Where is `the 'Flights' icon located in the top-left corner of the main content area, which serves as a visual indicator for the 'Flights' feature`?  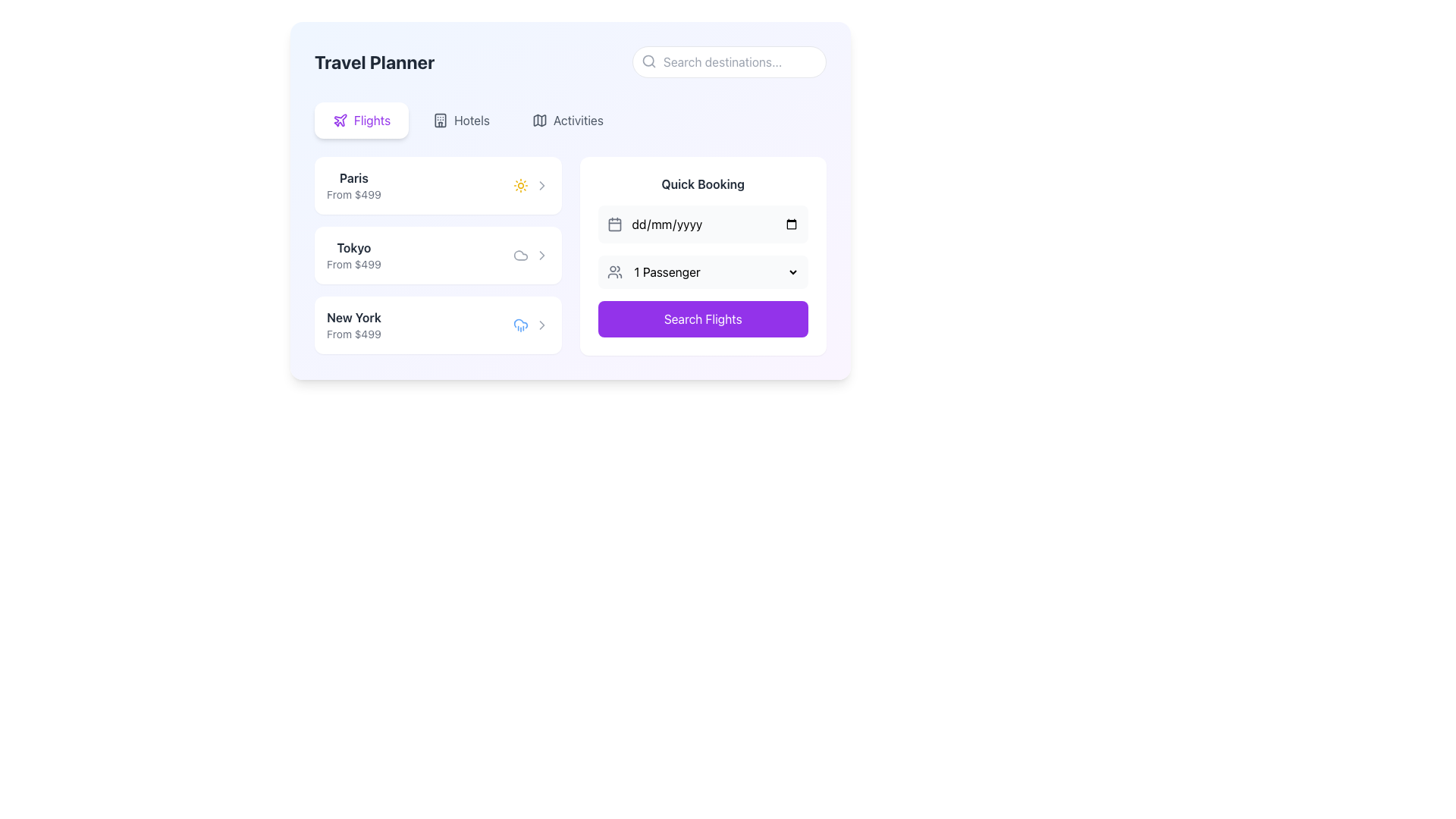 the 'Flights' icon located in the top-left corner of the main content area, which serves as a visual indicator for the 'Flights' feature is located at coordinates (340, 119).